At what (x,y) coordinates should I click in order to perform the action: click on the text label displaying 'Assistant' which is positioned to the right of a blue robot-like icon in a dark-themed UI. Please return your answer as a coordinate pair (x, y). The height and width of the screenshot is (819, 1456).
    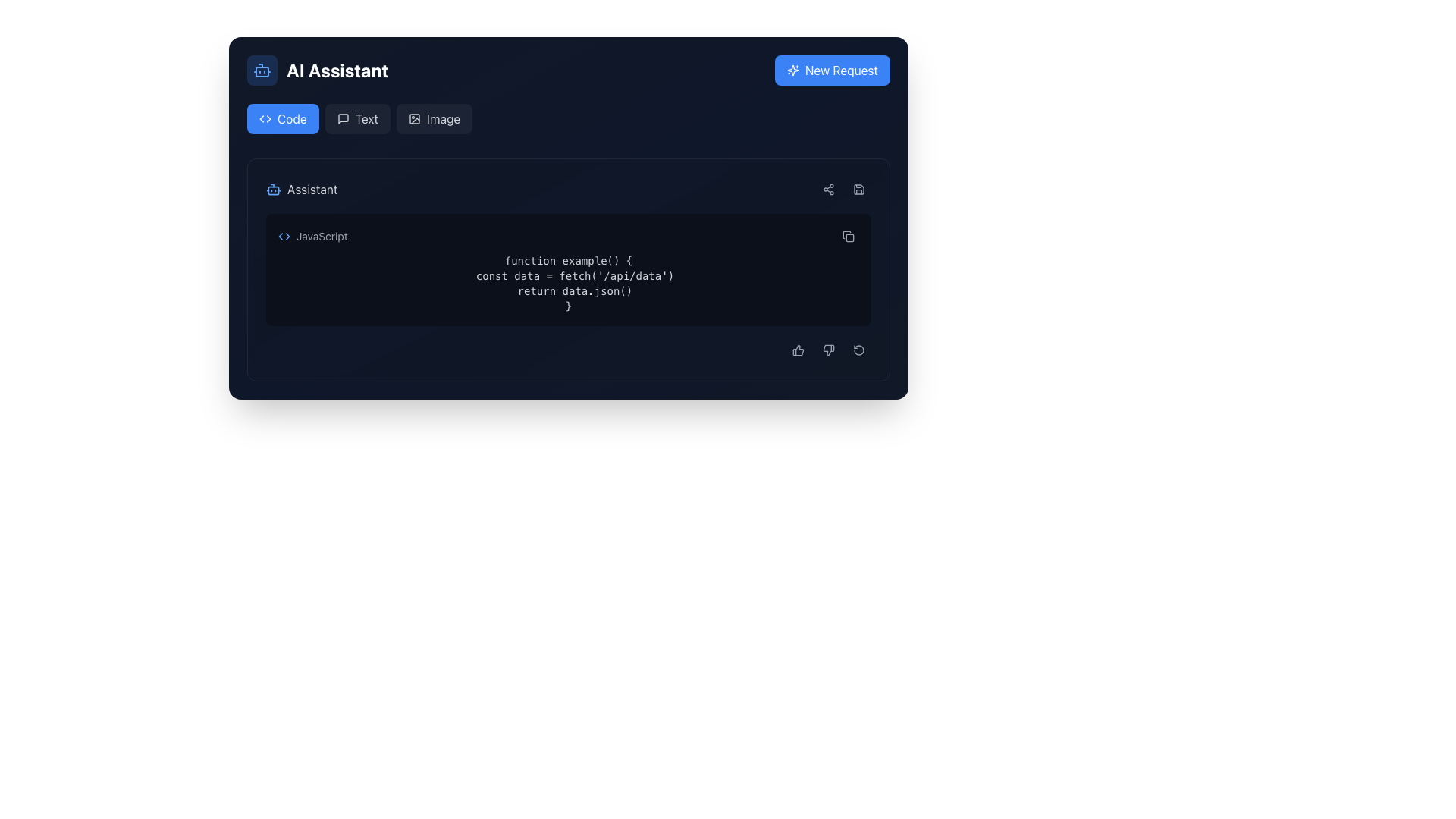
    Looking at the image, I should click on (312, 189).